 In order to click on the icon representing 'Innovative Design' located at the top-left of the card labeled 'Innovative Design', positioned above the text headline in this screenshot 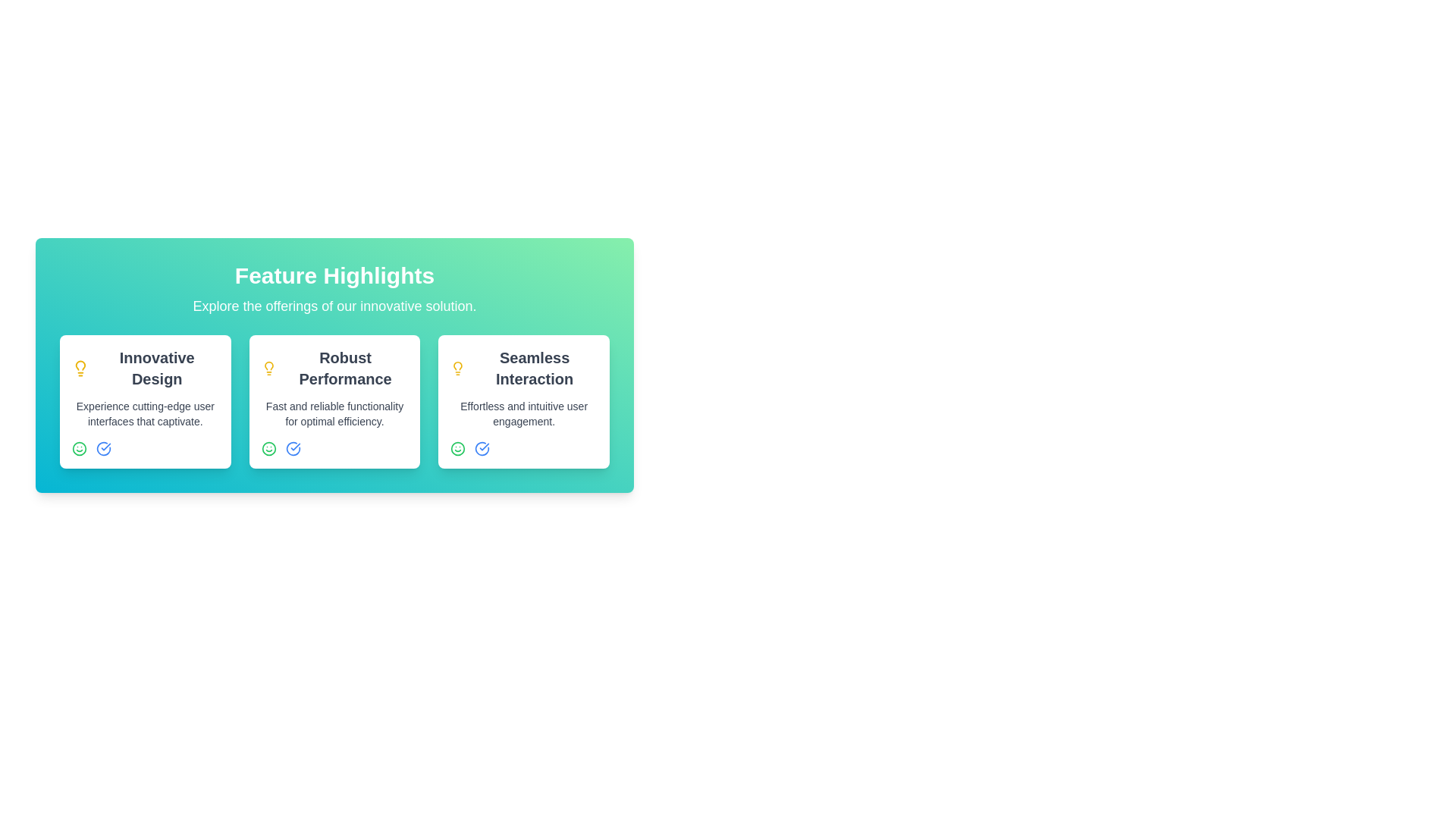, I will do `click(80, 369)`.